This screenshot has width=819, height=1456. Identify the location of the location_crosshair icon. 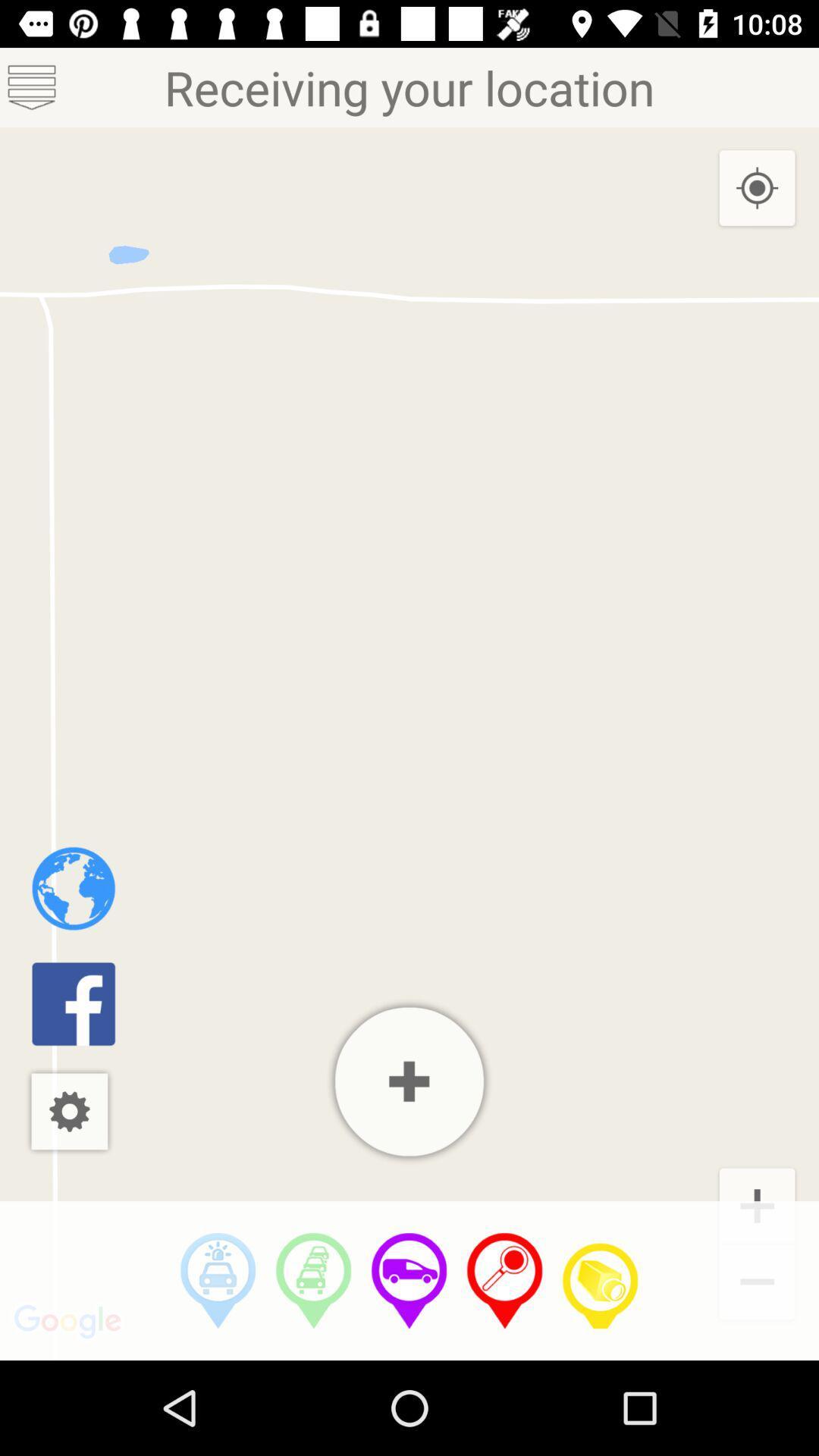
(757, 188).